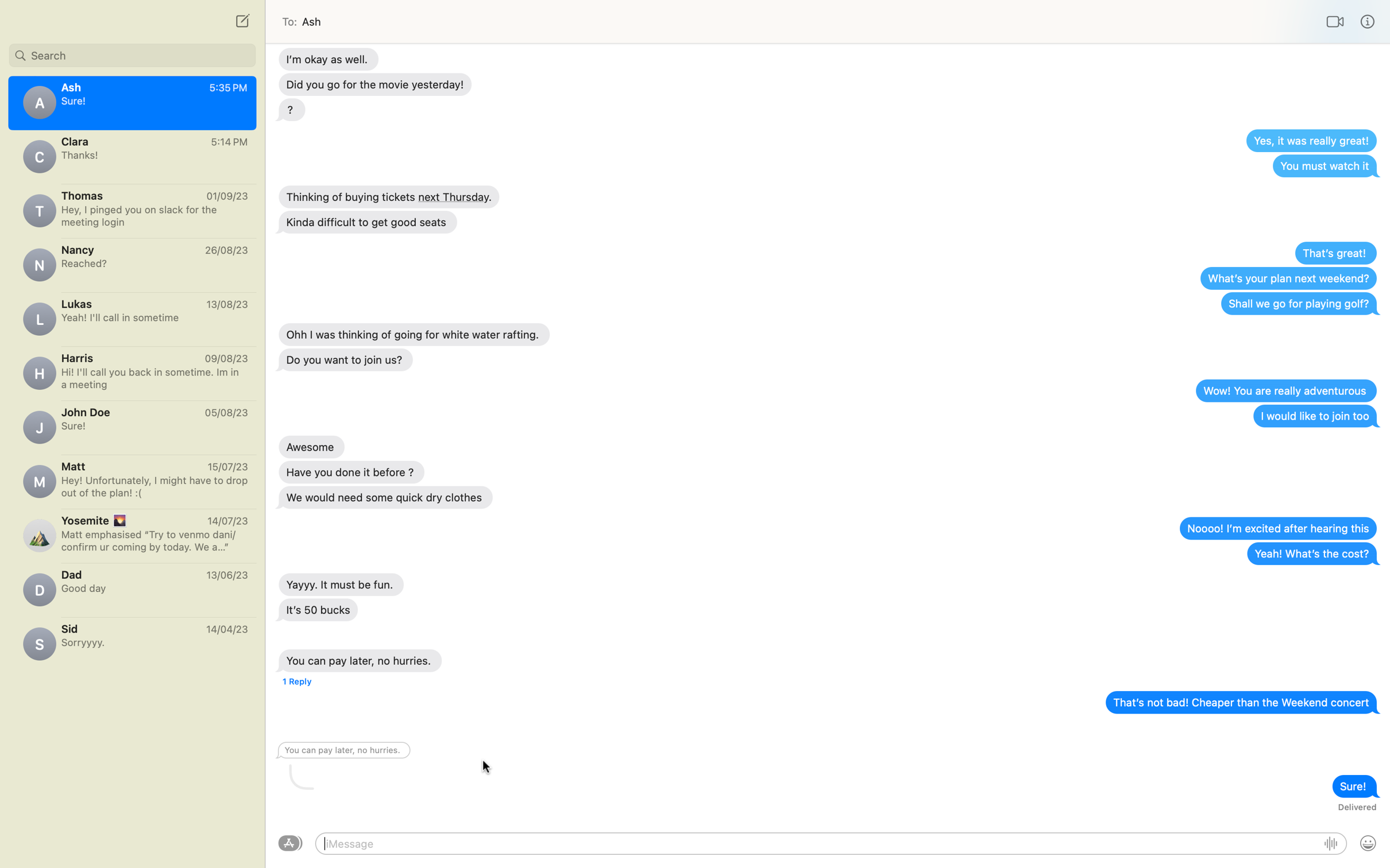 This screenshot has height=868, width=1390. Describe the element at coordinates (1311, 553) in the screenshot. I see `Activate the right-click options for the message "Yeah, what"s the cost?` at that location.